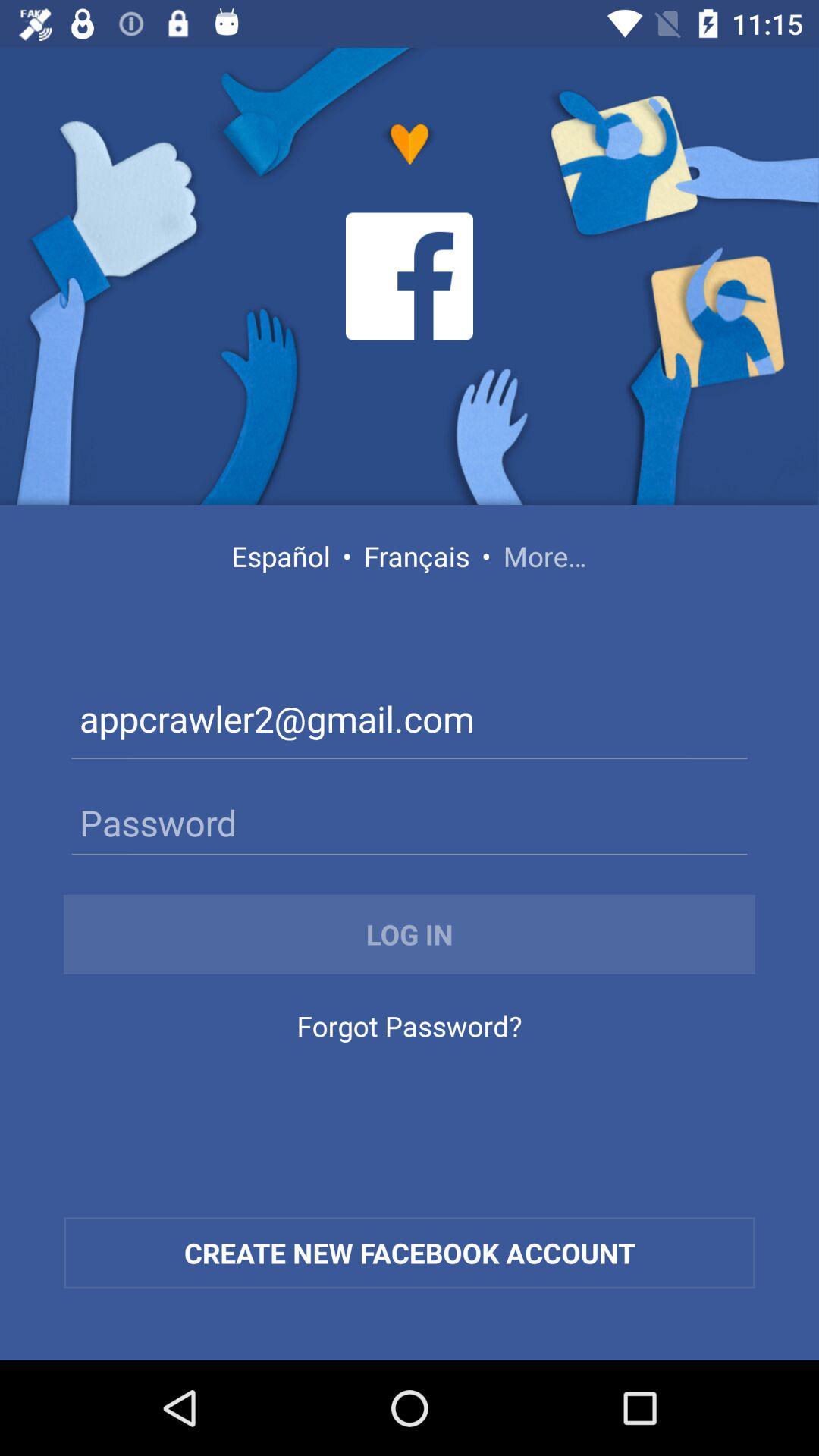  What do you see at coordinates (409, 1030) in the screenshot?
I see `forgot password? icon` at bounding box center [409, 1030].